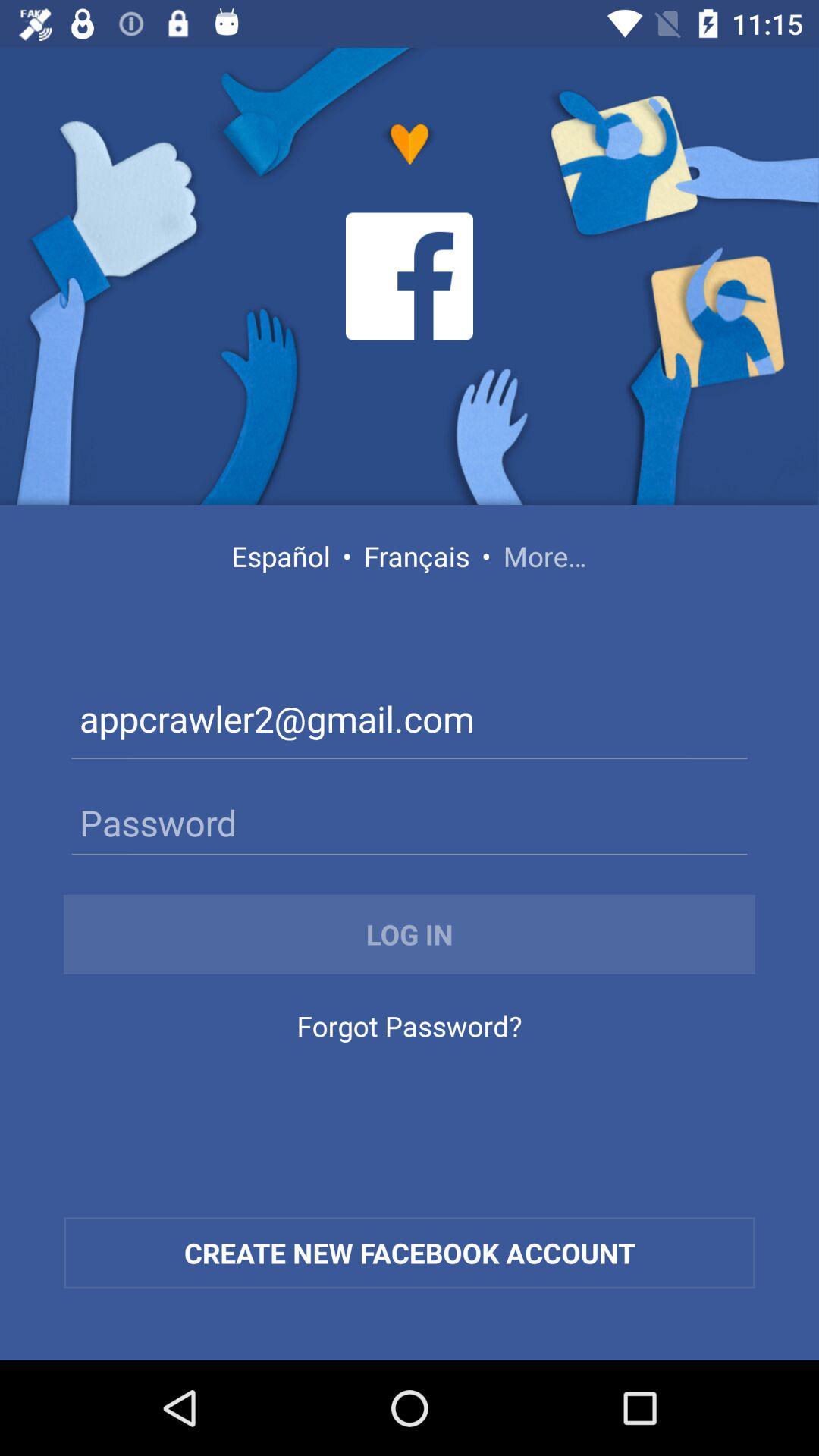  What do you see at coordinates (409, 1030) in the screenshot?
I see `forgot password? icon` at bounding box center [409, 1030].